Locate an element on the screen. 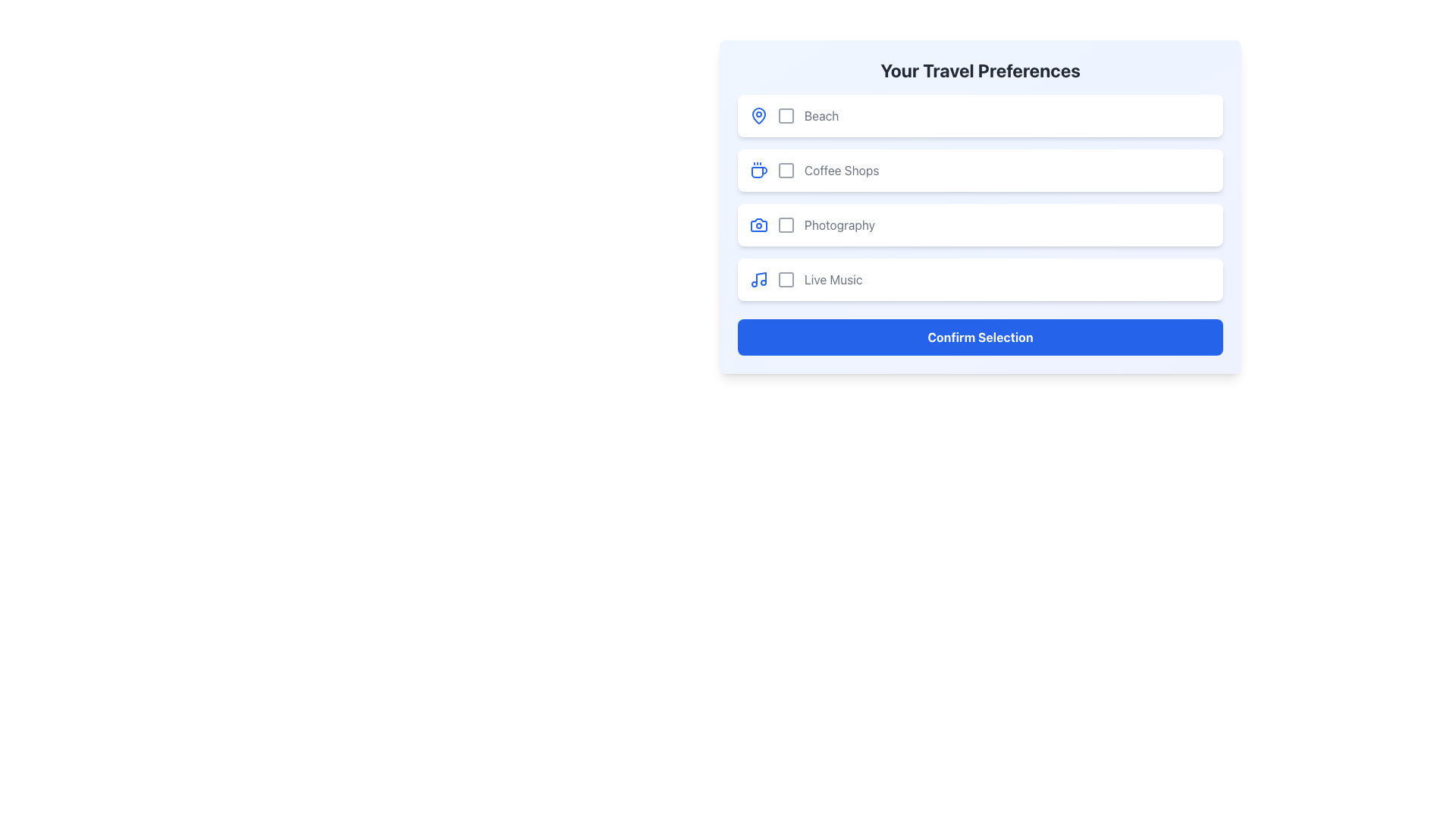 Image resolution: width=1456 pixels, height=819 pixels. the checkbox located to the left of the 'Coffee Shops' title text, which is styled in light gray and appears next to a coffee cup icon is located at coordinates (786, 170).